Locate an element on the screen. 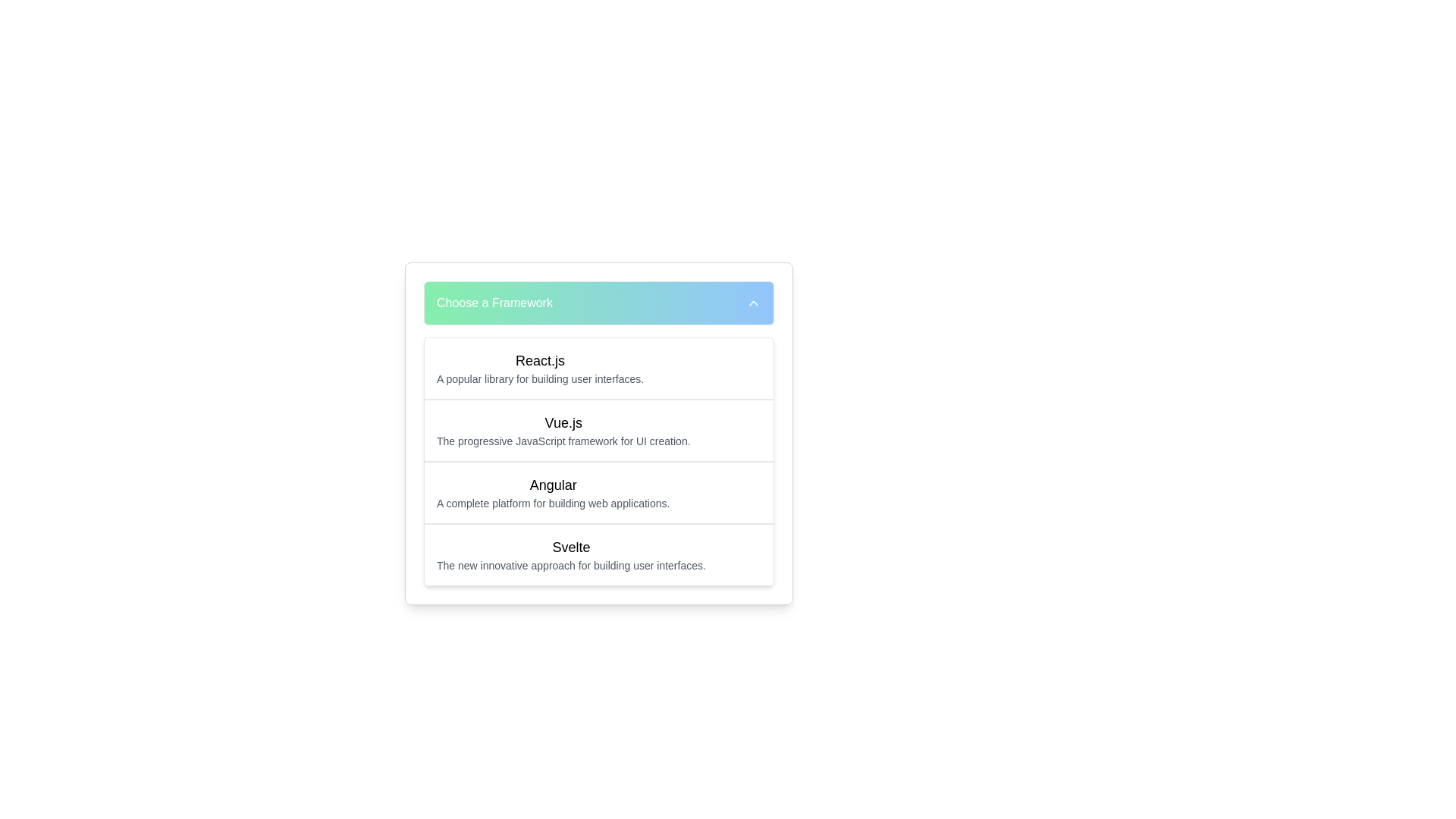 The width and height of the screenshot is (1456, 819). text label displaying 'Svelte', which is the headline for the last item in the list of frameworks is located at coordinates (570, 547).